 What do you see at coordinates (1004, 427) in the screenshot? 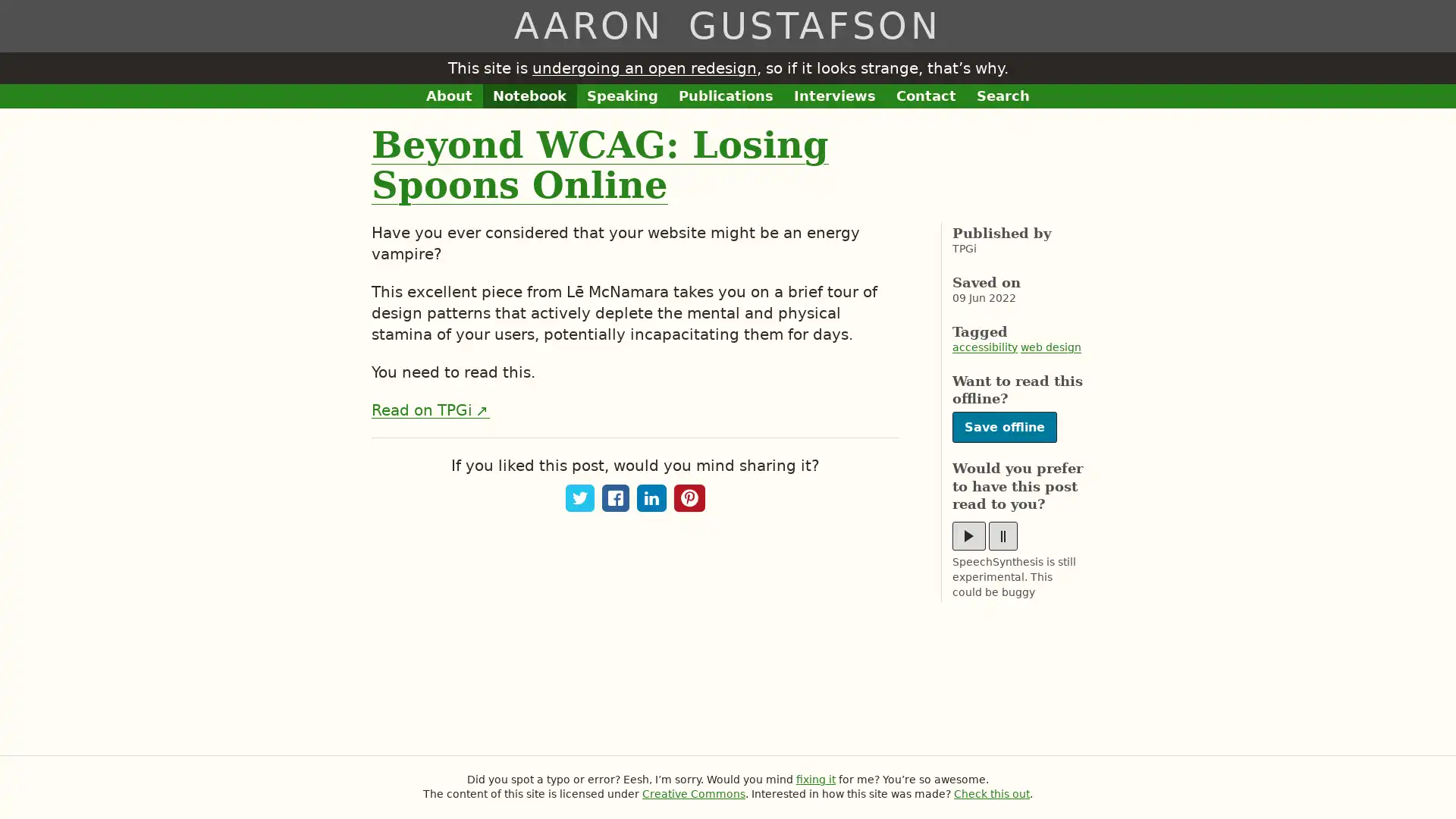
I see `Save offline` at bounding box center [1004, 427].